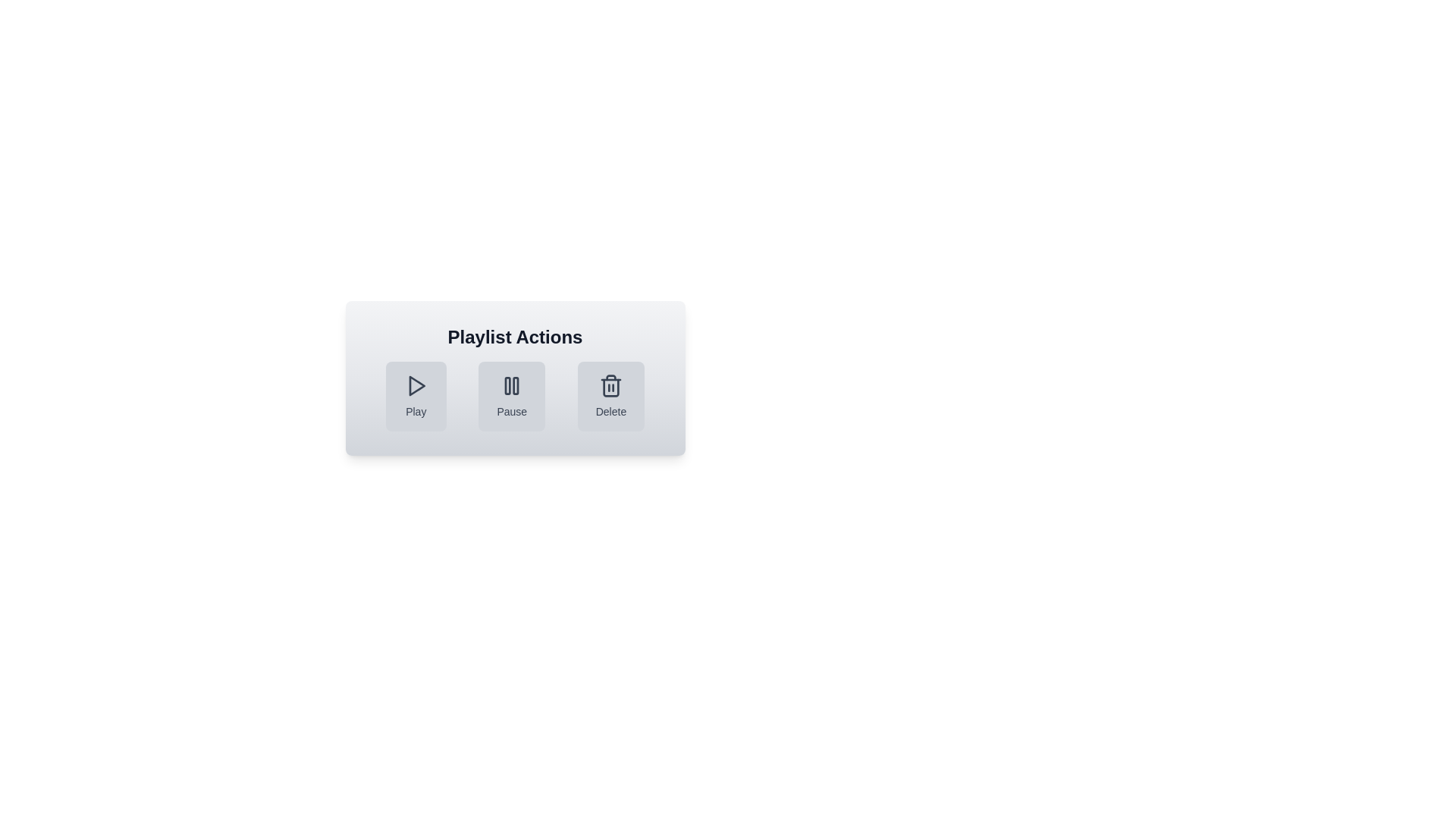 The height and width of the screenshot is (819, 1456). Describe the element at coordinates (416, 396) in the screenshot. I see `the Play button to perform the corresponding action` at that location.